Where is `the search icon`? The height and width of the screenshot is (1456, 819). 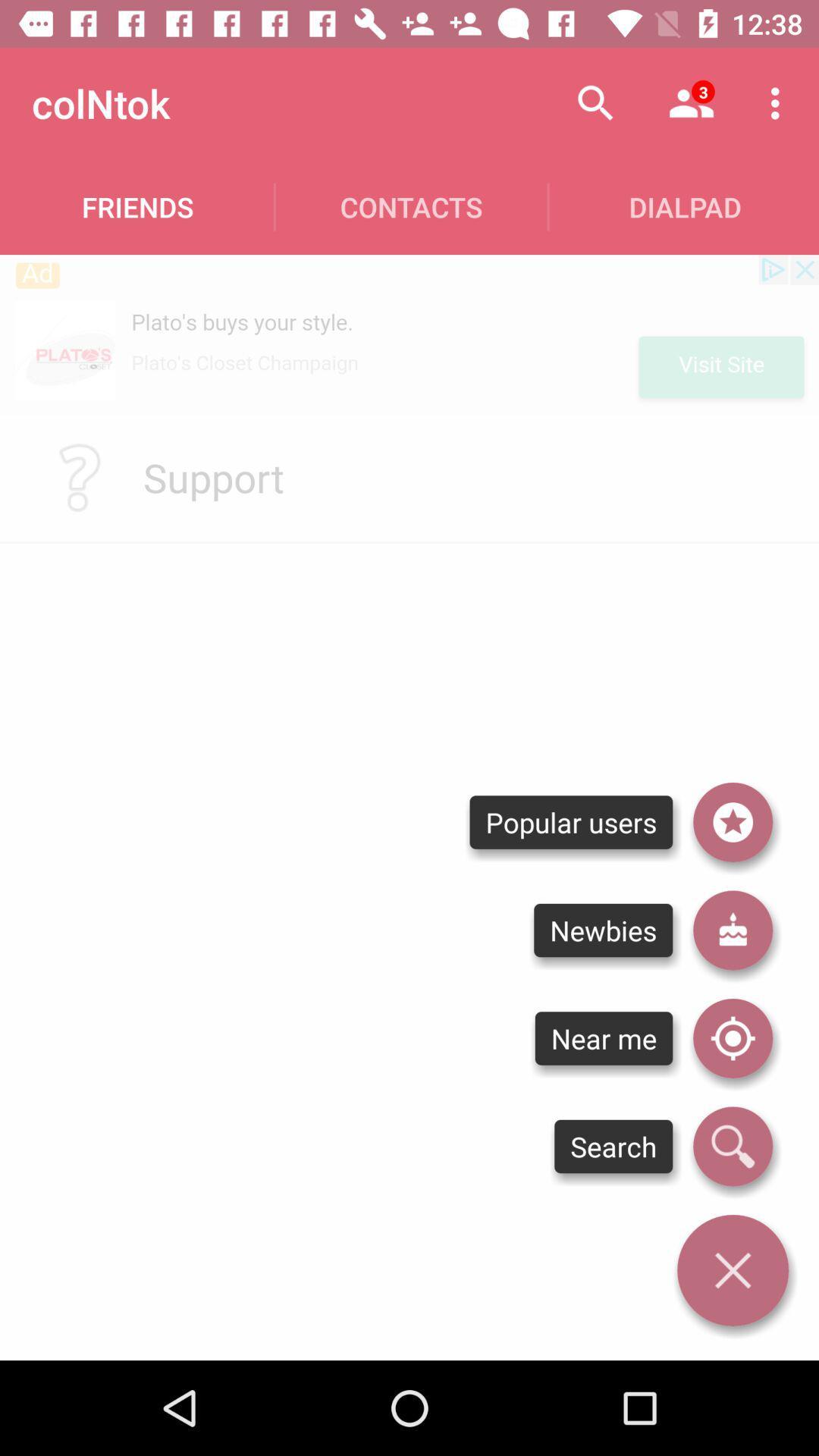
the search icon is located at coordinates (732, 1147).